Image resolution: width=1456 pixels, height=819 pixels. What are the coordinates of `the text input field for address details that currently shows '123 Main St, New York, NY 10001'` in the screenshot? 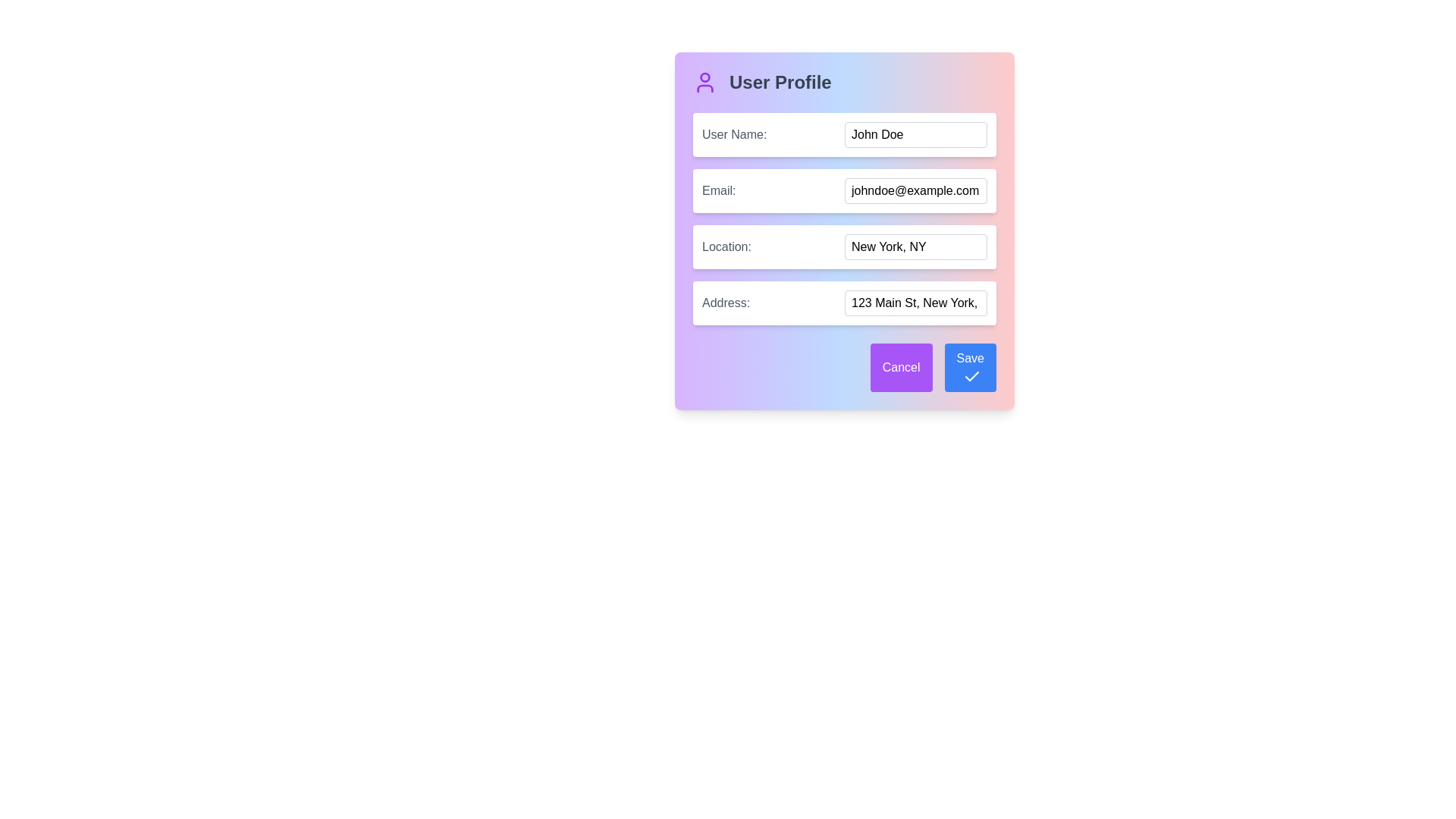 It's located at (915, 303).